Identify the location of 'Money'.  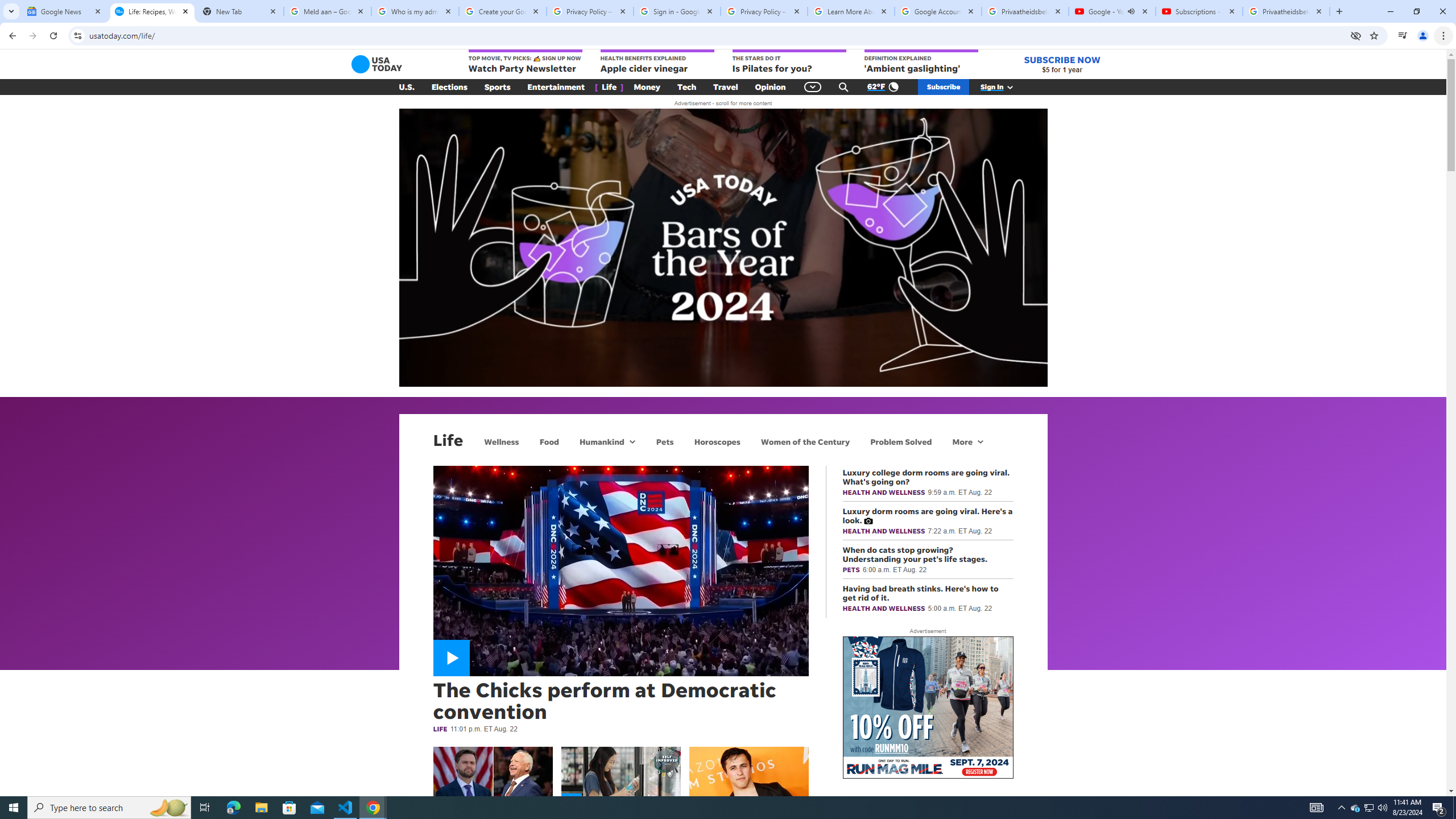
(647, 87).